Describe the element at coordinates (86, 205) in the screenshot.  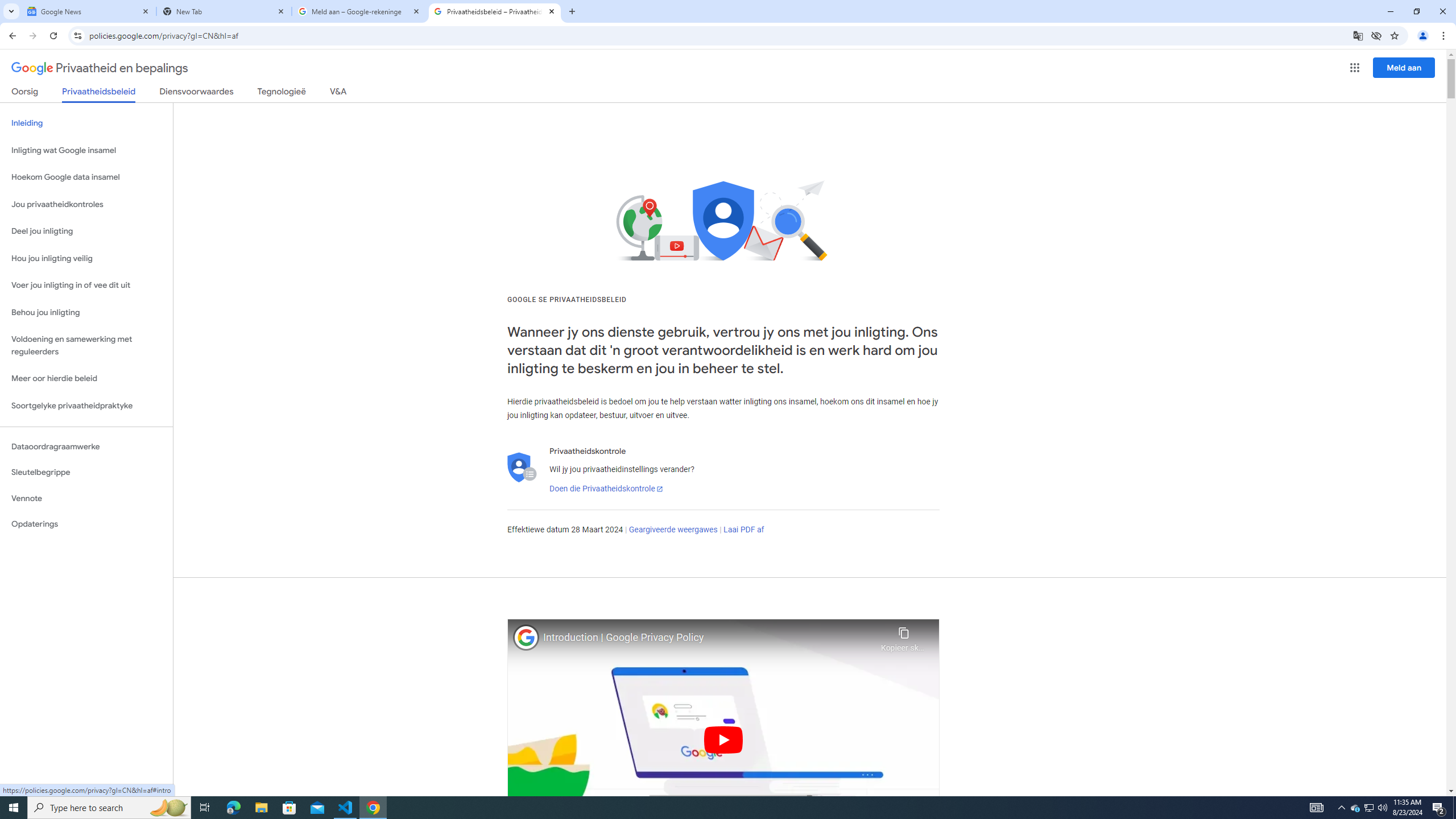
I see `'Jou privaatheidkontroles'` at that location.